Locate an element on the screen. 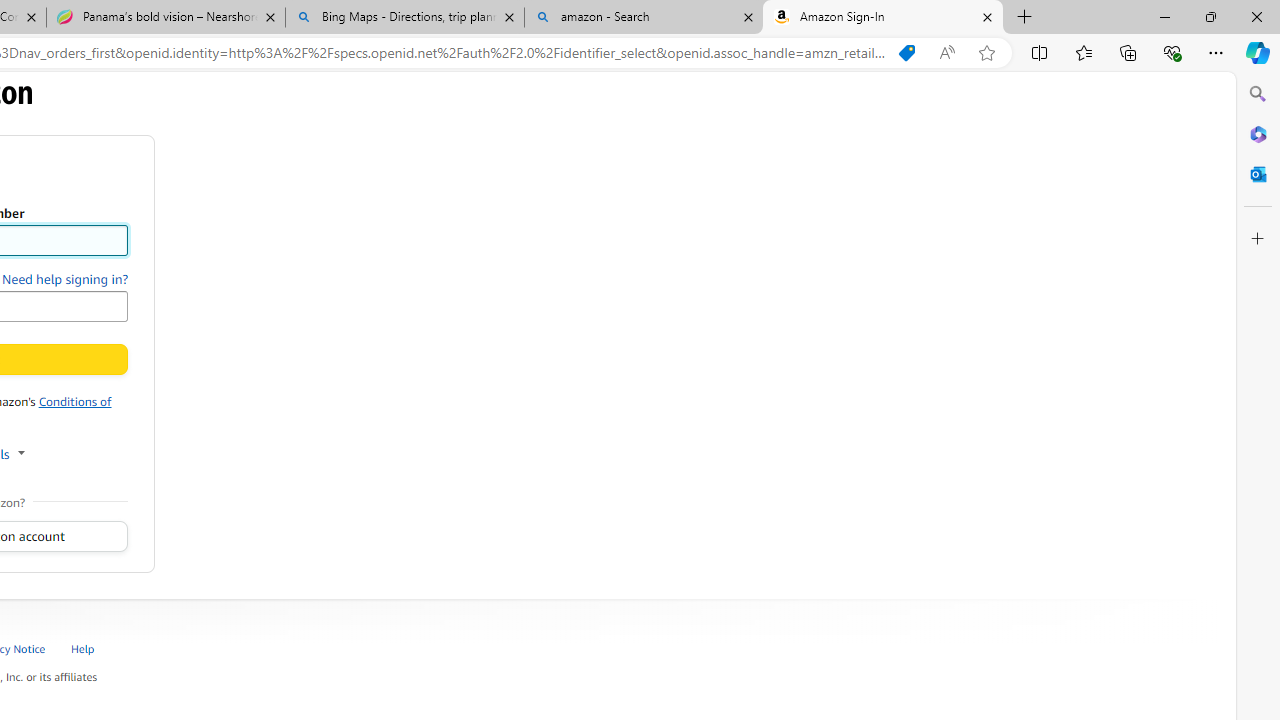 This screenshot has height=720, width=1280. 'Need help signing in?' is located at coordinates (65, 279).